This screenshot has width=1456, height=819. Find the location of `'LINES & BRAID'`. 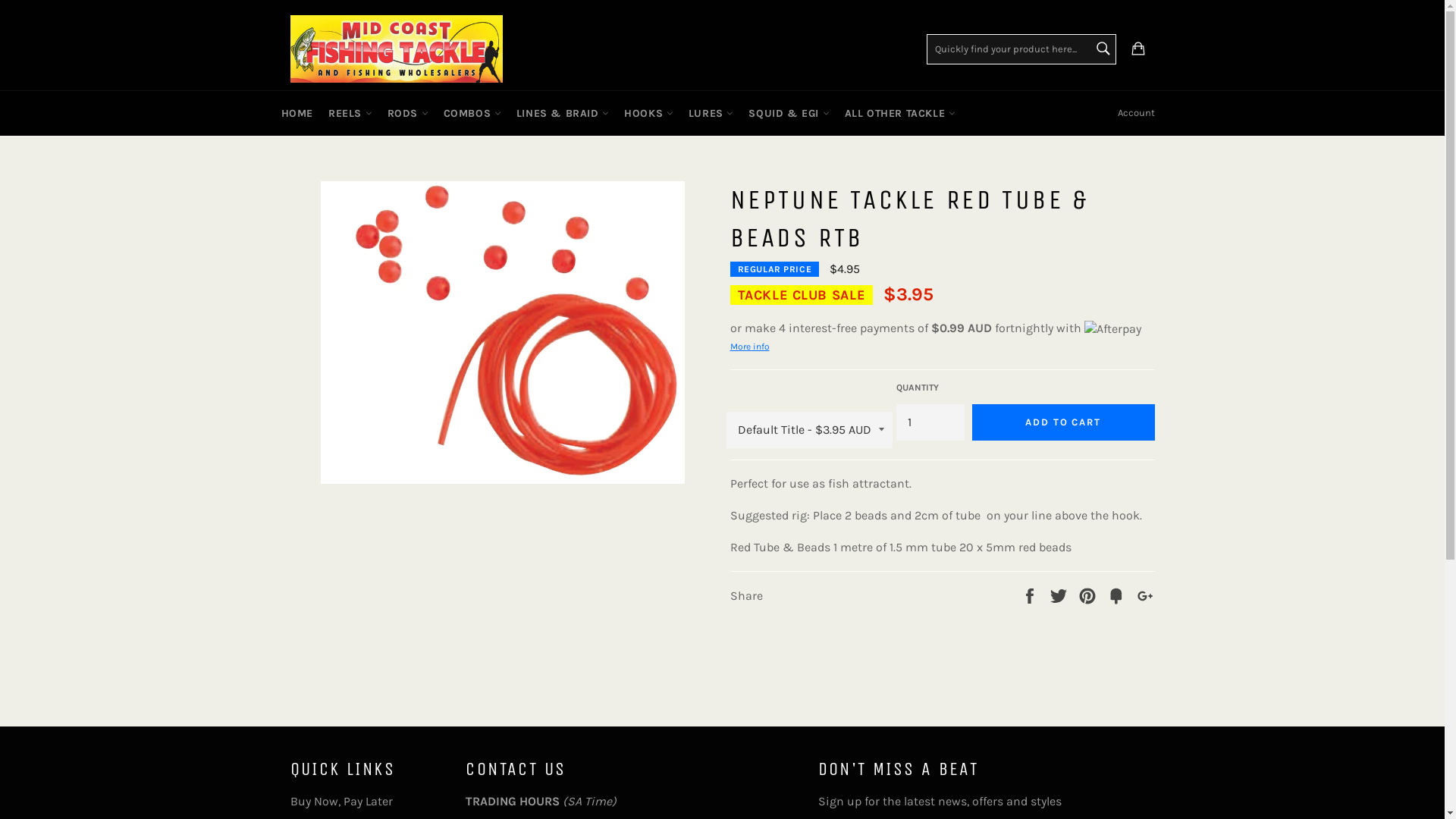

'LINES & BRAID' is located at coordinates (562, 112).